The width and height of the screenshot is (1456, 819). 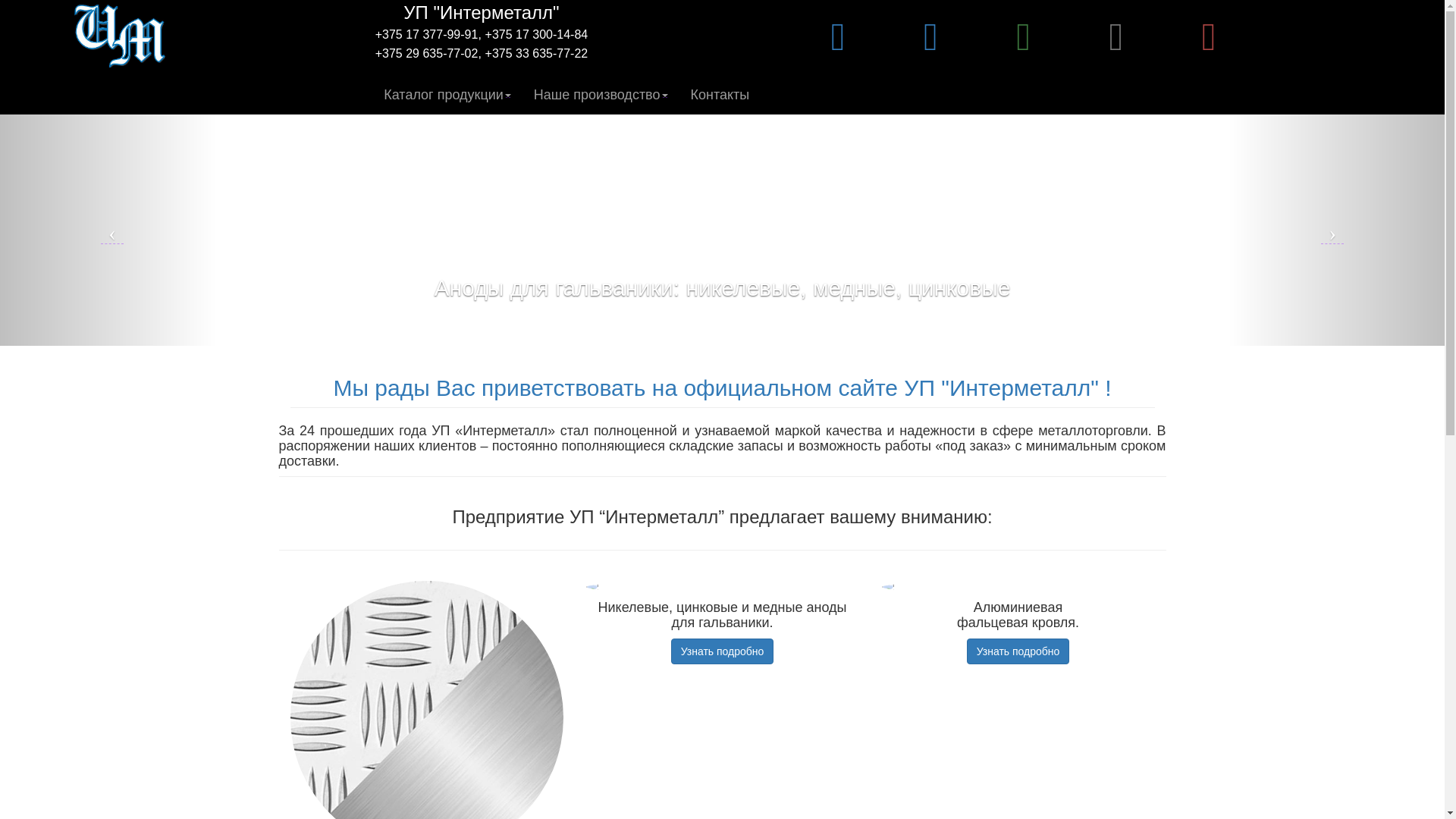 I want to click on '+375 29 635-77-02,', so click(x=375, y=52).